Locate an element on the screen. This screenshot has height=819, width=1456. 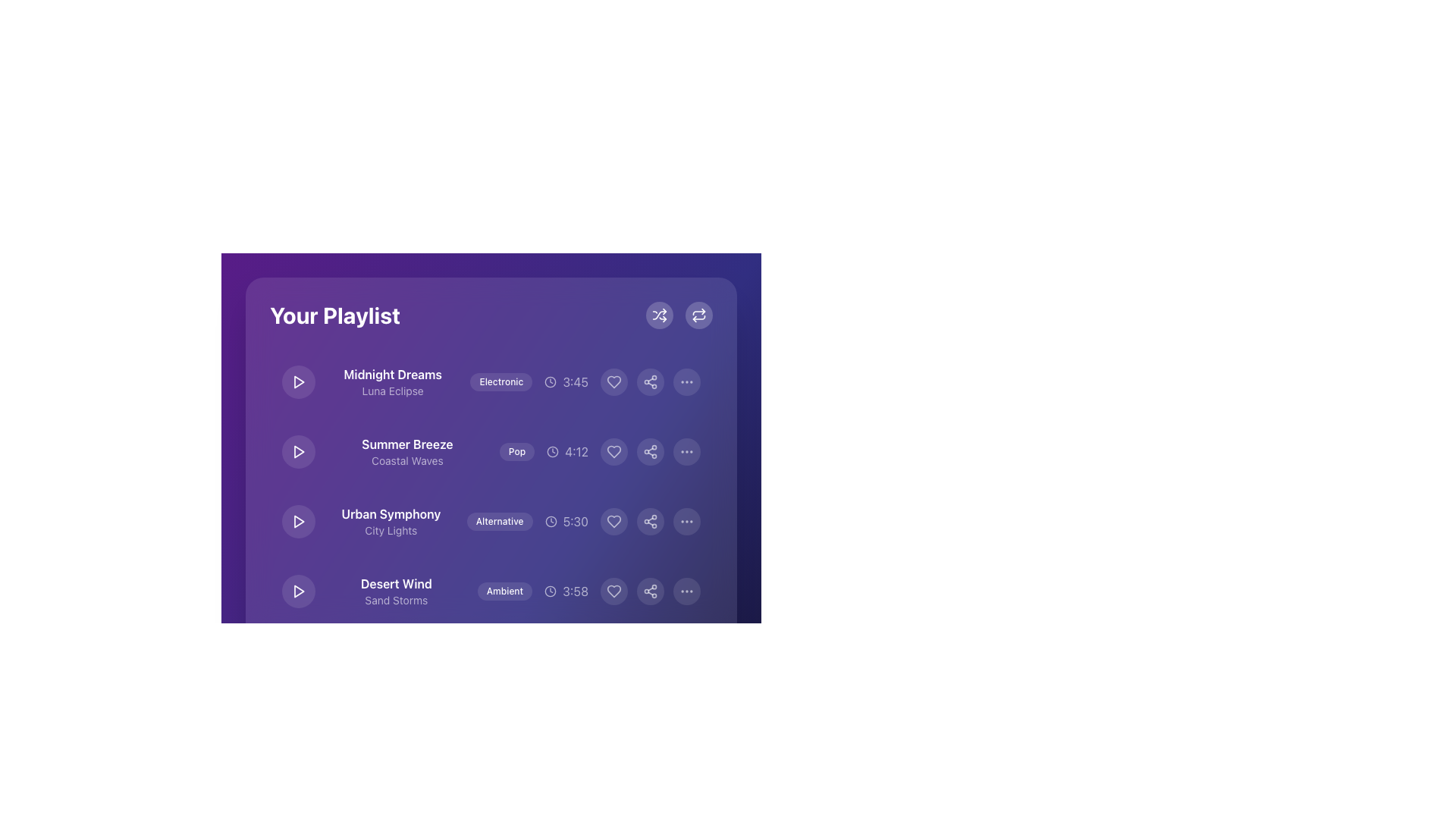
the second button in the upper-right corner of the interface is located at coordinates (698, 315).